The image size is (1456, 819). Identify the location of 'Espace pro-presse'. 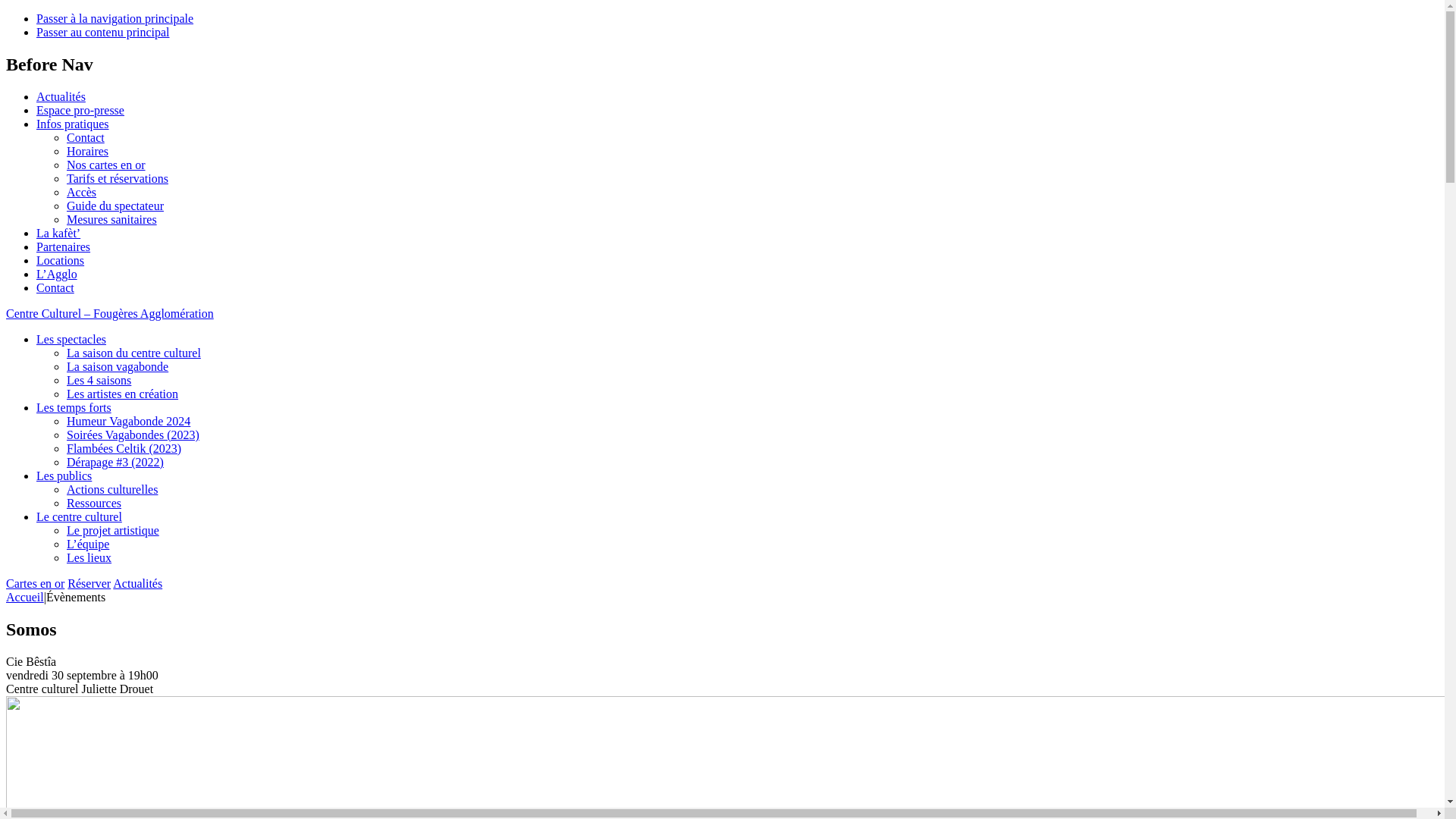
(79, 109).